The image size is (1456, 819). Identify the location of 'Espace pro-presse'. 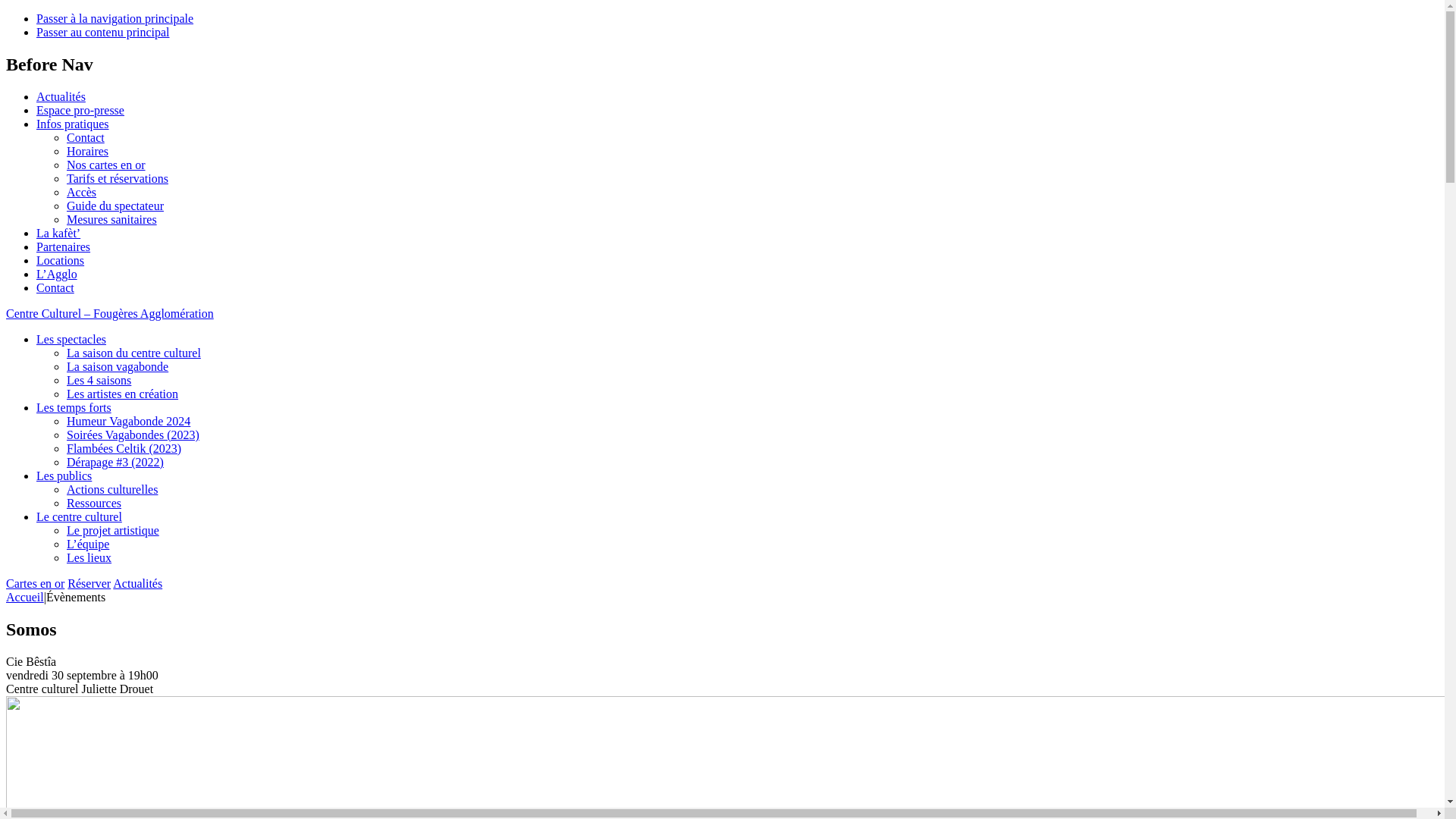
(79, 109).